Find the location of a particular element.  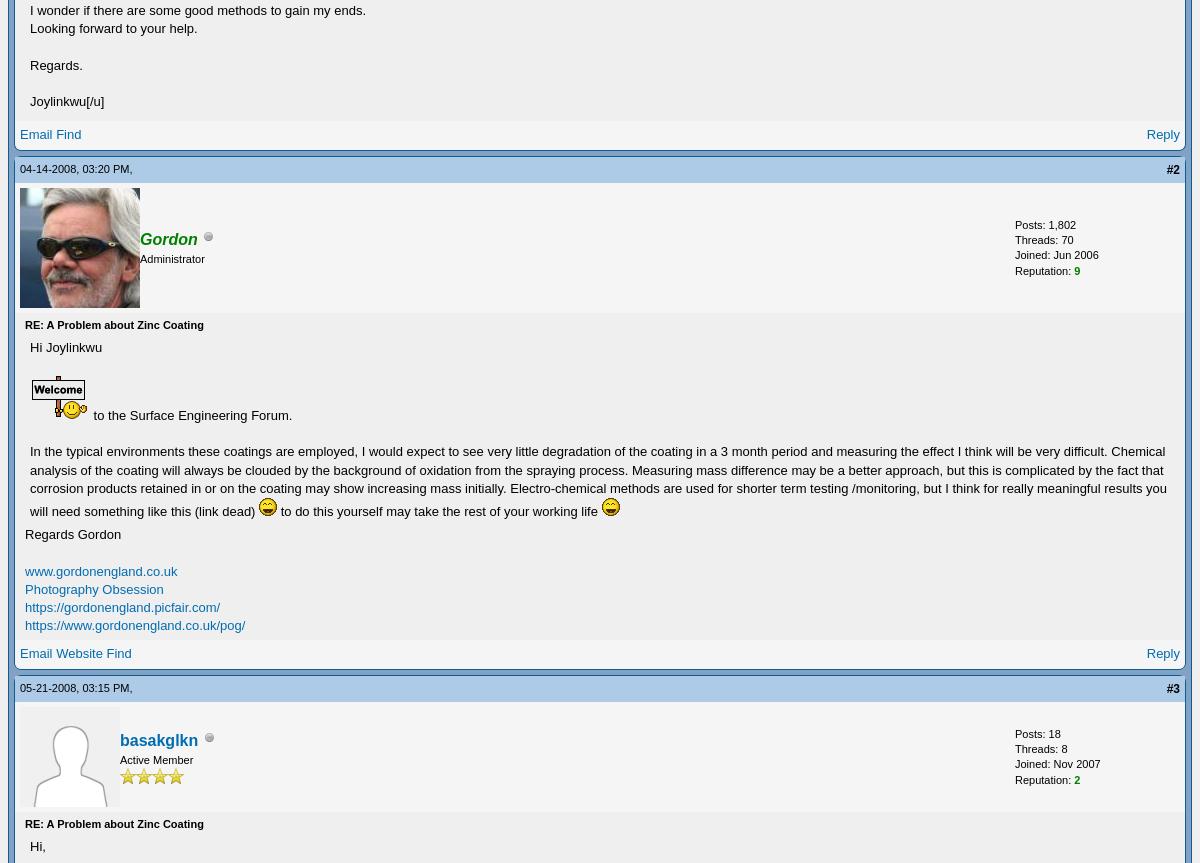

'Photography Obsession' is located at coordinates (24, 588).